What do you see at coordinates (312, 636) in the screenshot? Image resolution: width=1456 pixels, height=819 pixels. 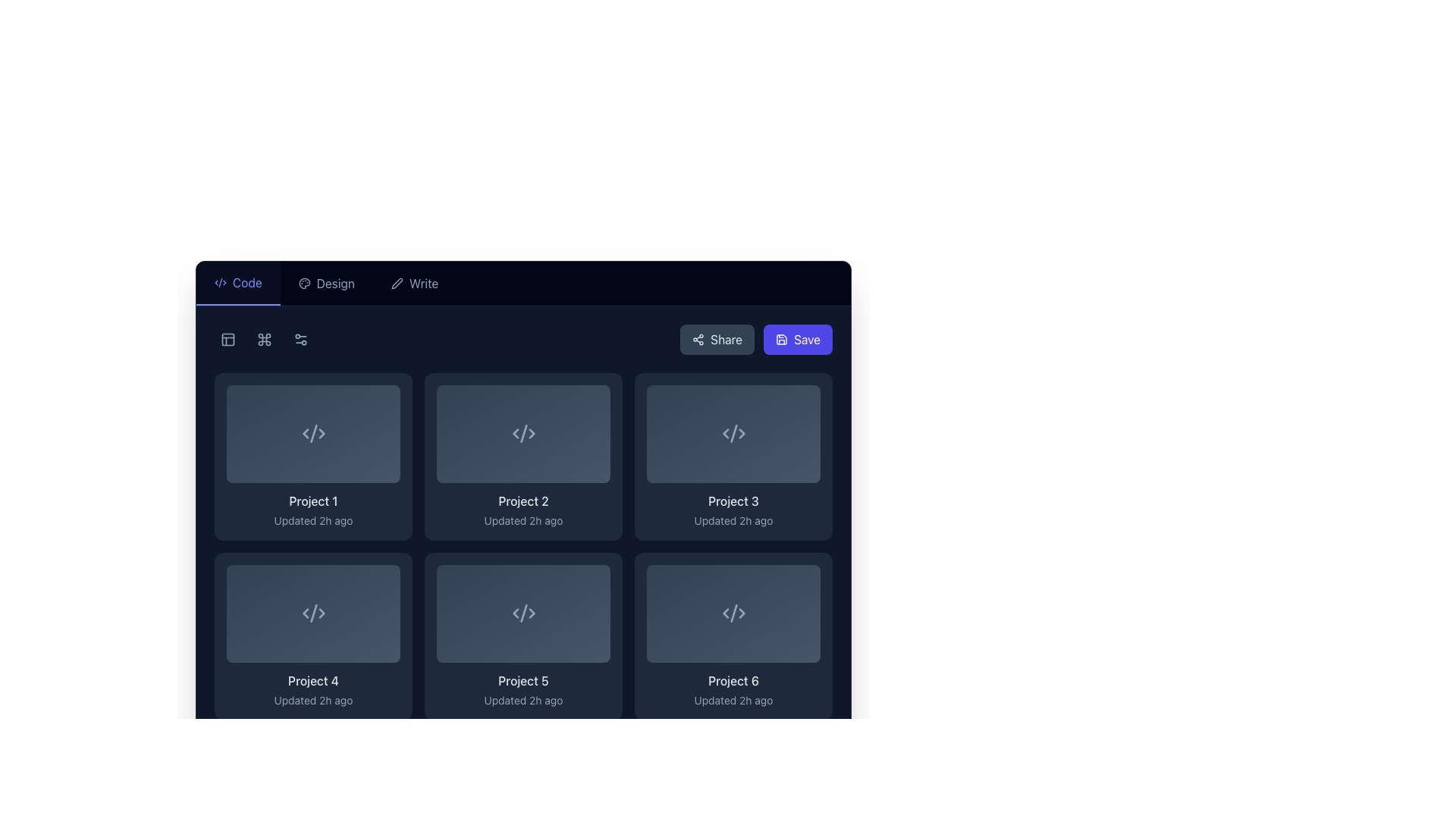 I see `the project card located` at bounding box center [312, 636].